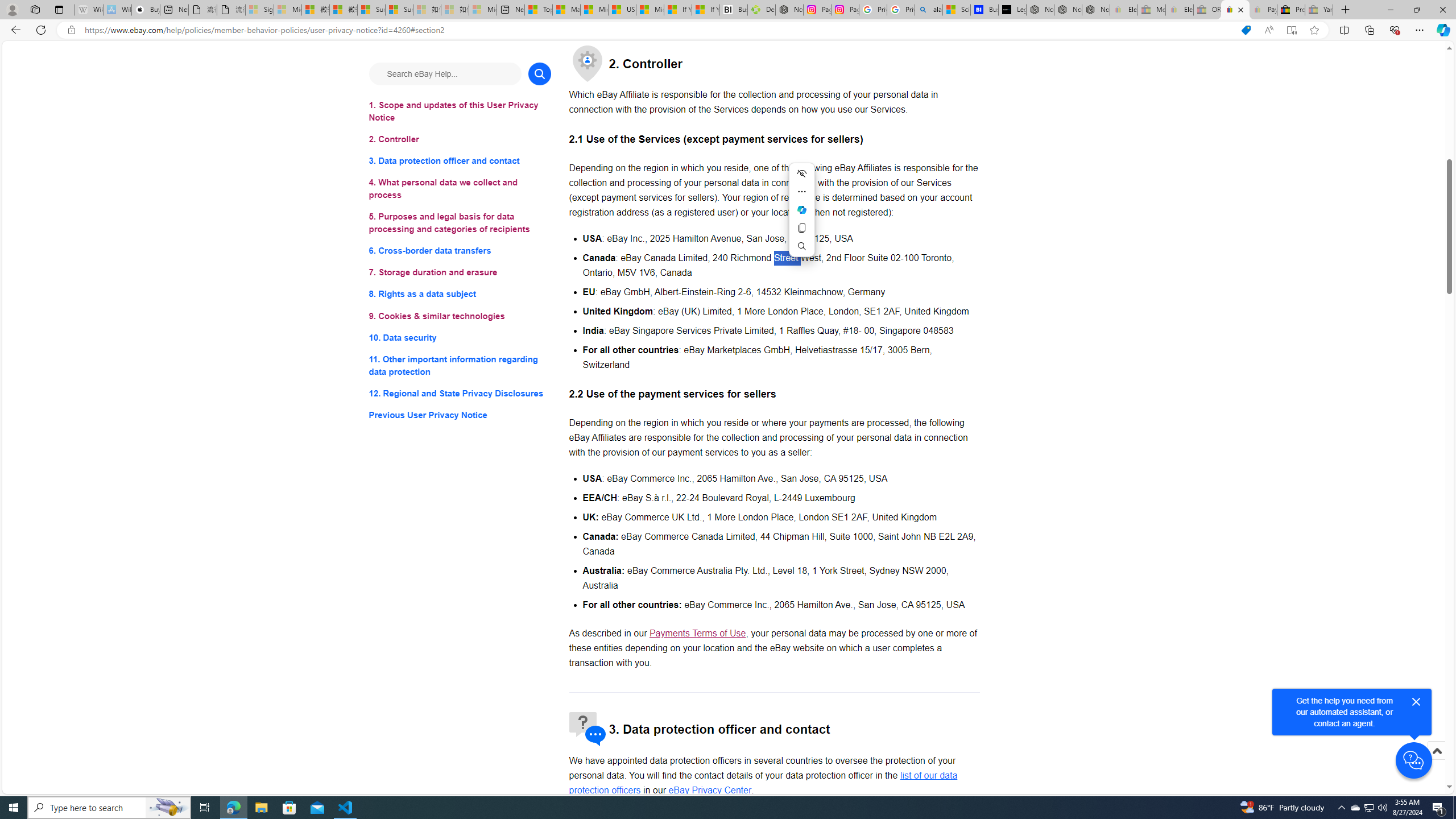 The height and width of the screenshot is (819, 1456). What do you see at coordinates (459, 161) in the screenshot?
I see `'3. Data protection officer and contact'` at bounding box center [459, 161].